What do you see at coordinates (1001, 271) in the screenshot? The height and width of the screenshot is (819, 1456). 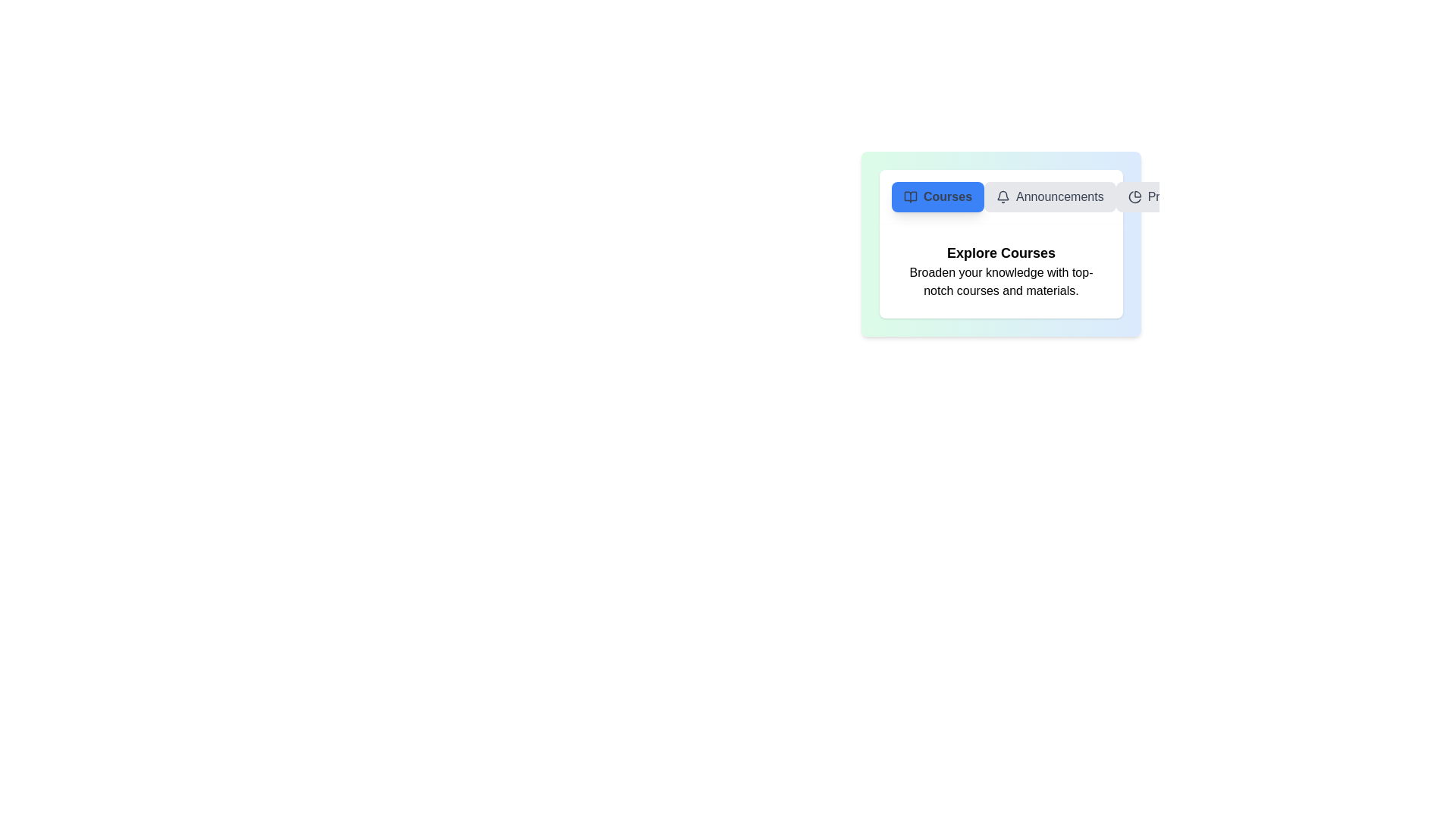 I see `the text block showcasing a call-to-action message for educational courses and resources, located below the navigation bar with a gradient background` at bounding box center [1001, 271].